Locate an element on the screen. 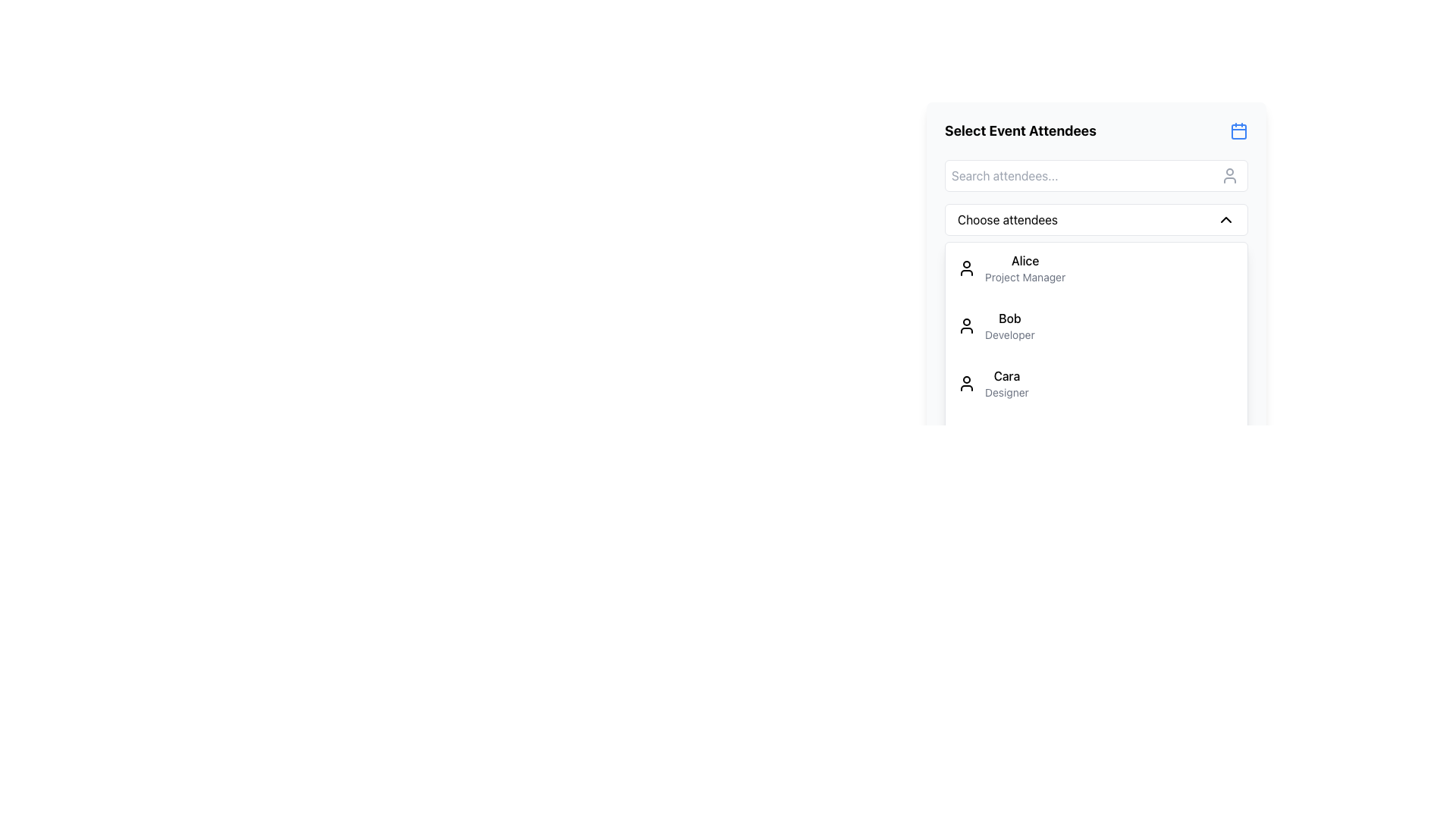 The height and width of the screenshot is (819, 1456). the attendee option for 'Cara - Designer' is located at coordinates (1096, 382).